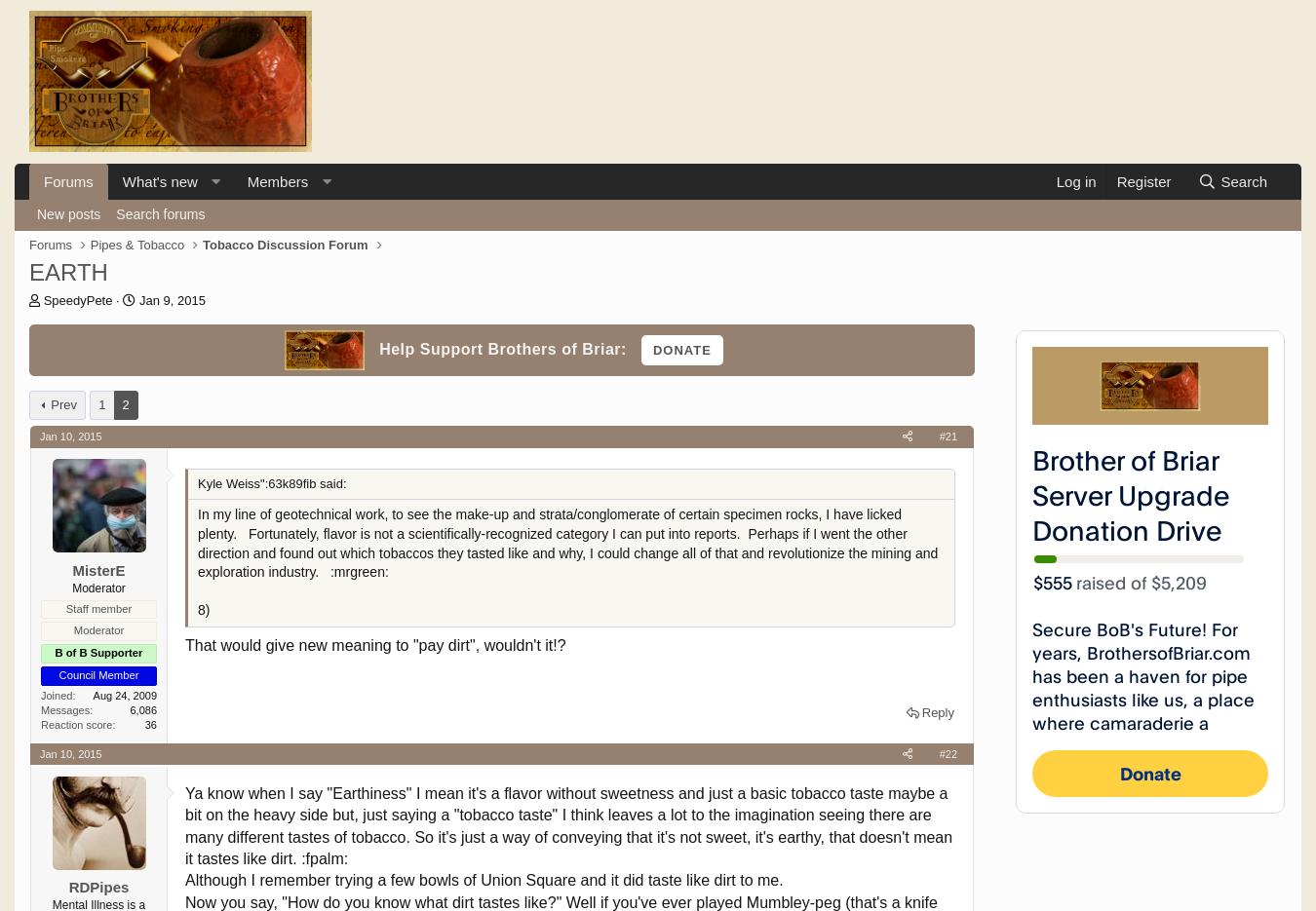 The width and height of the screenshot is (1316, 911). Describe the element at coordinates (76, 299) in the screenshot. I see `'SpeedyPete'` at that location.